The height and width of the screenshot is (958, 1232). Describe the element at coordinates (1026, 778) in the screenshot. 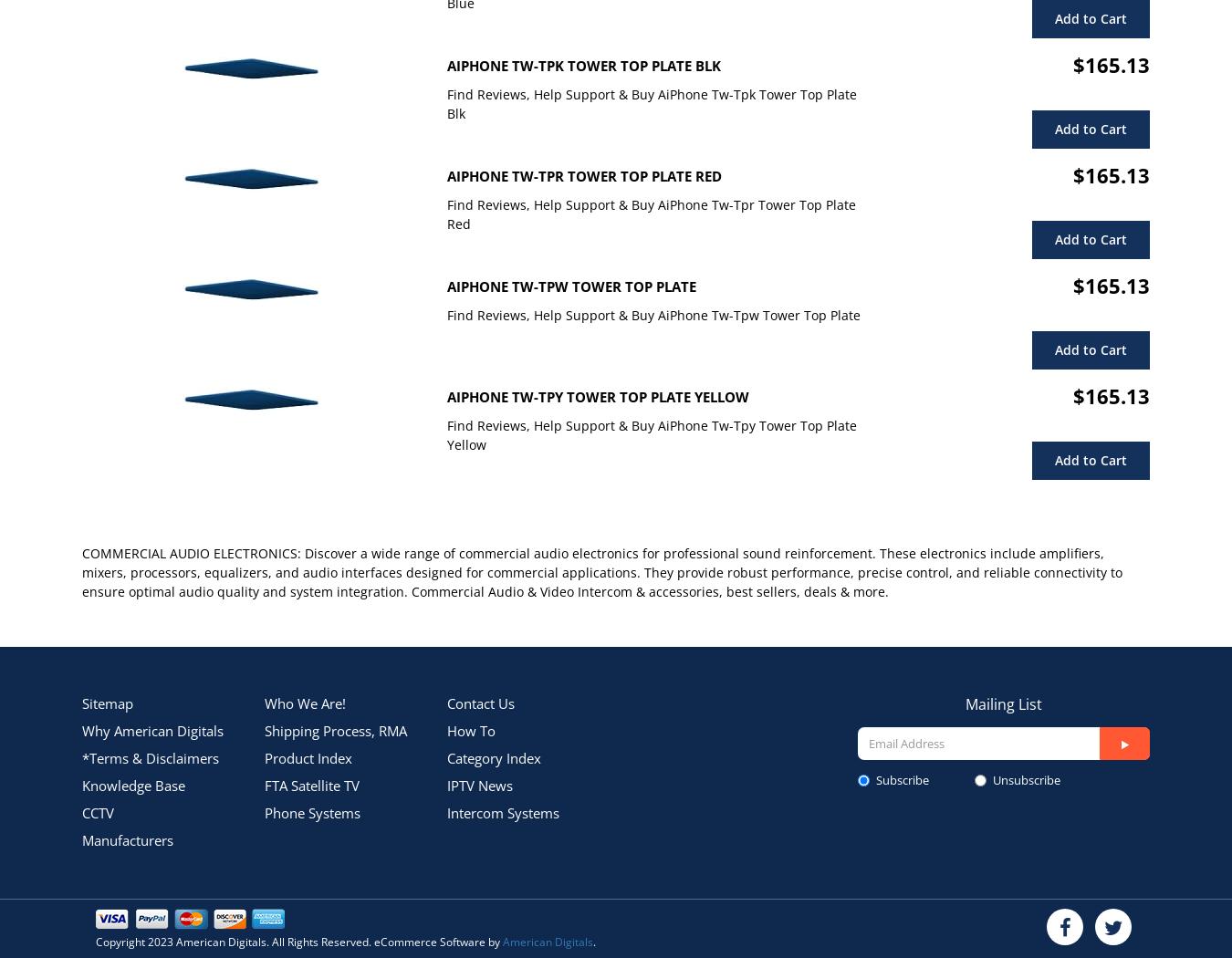

I see `'Unsubscribe'` at that location.